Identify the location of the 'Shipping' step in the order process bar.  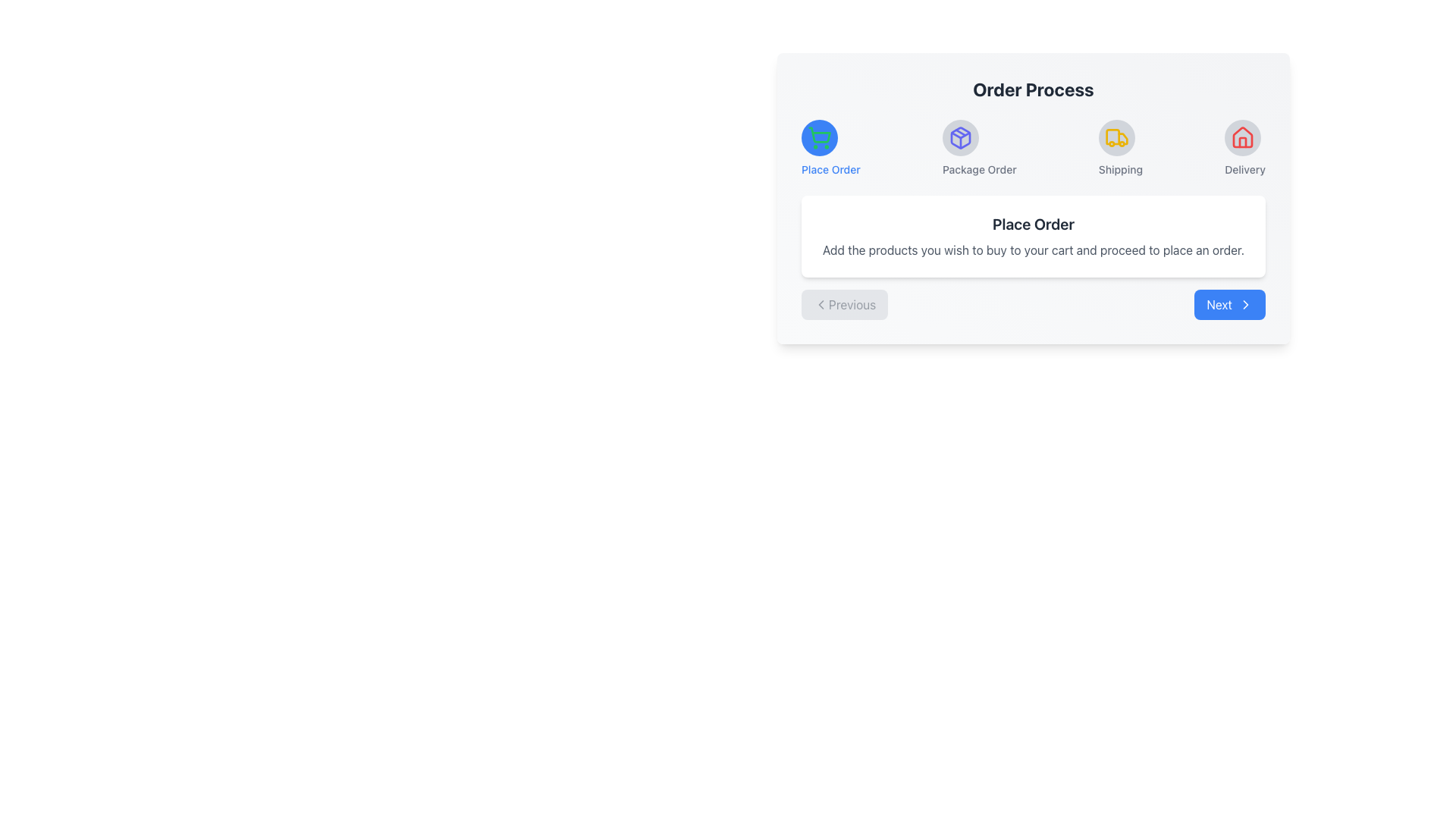
(1121, 149).